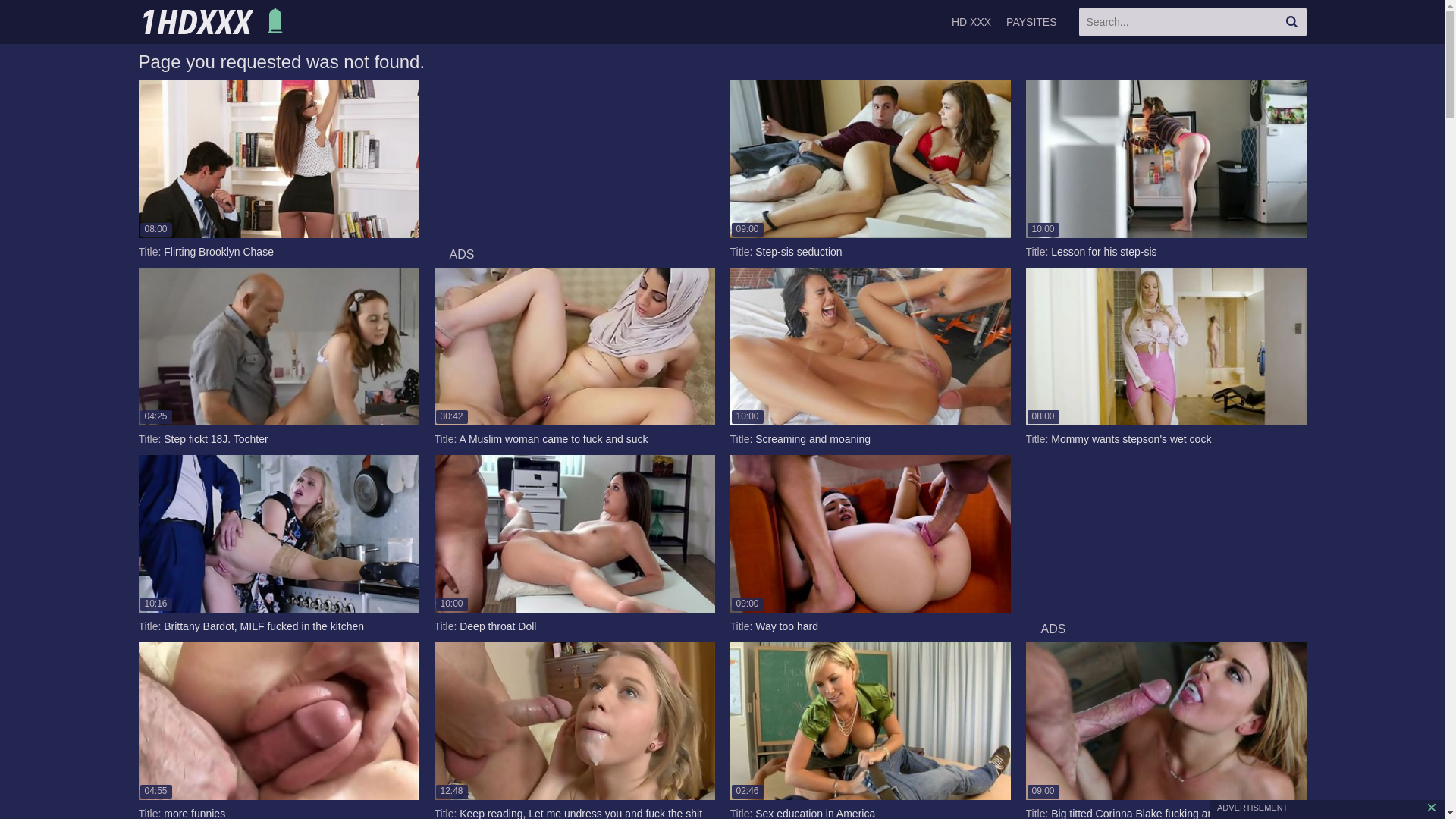 This screenshot has width=1456, height=819. Describe the element at coordinates (971, 22) in the screenshot. I see `'HD XXX'` at that location.